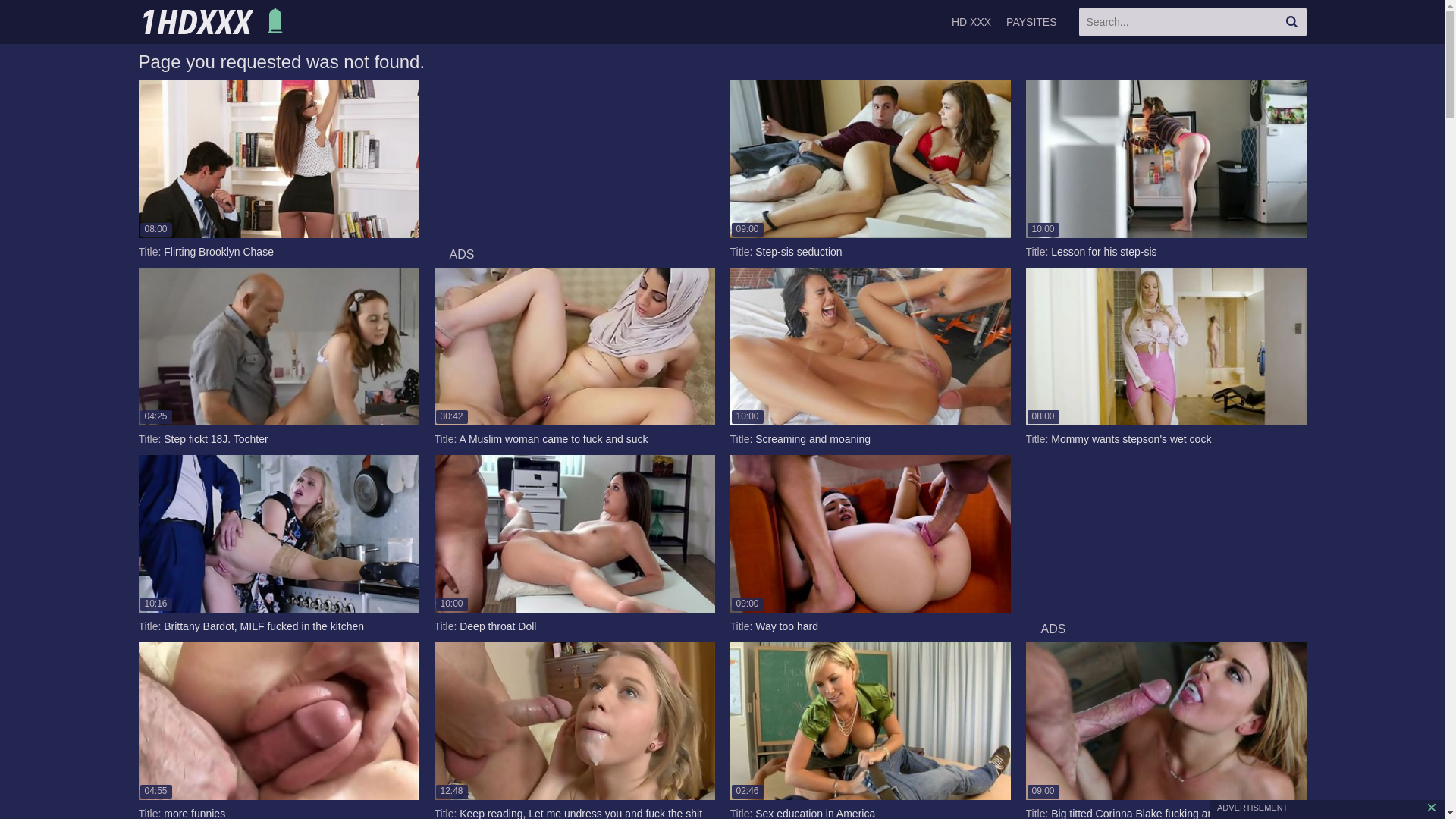 This screenshot has width=1456, height=819. Describe the element at coordinates (971, 22) in the screenshot. I see `'HD XXX'` at that location.